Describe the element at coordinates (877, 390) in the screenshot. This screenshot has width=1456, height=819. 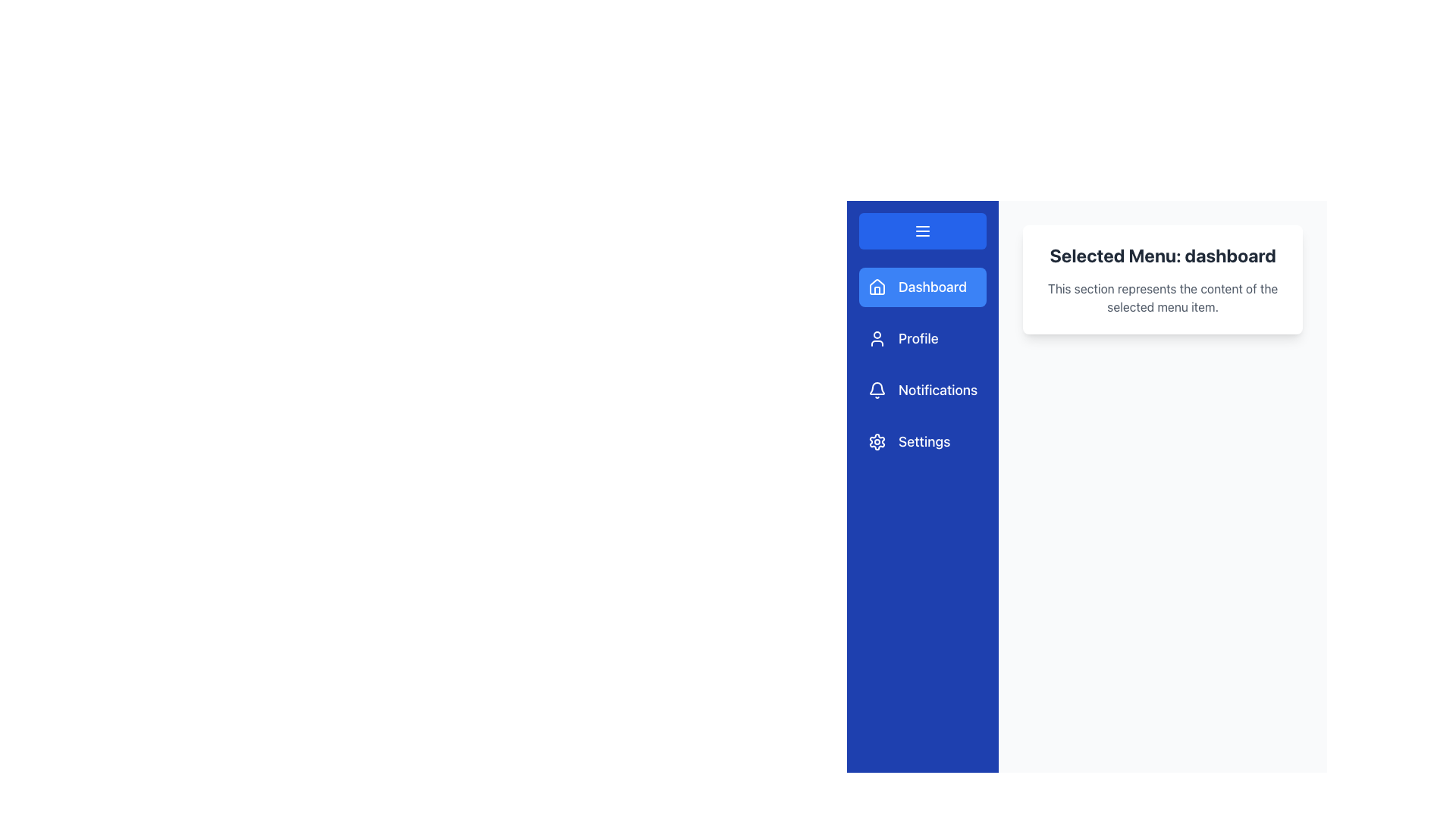
I see `the bell icon with a hollow center and rounded edges, located in the 'Notifications' section of the left-side vertical menu` at that location.